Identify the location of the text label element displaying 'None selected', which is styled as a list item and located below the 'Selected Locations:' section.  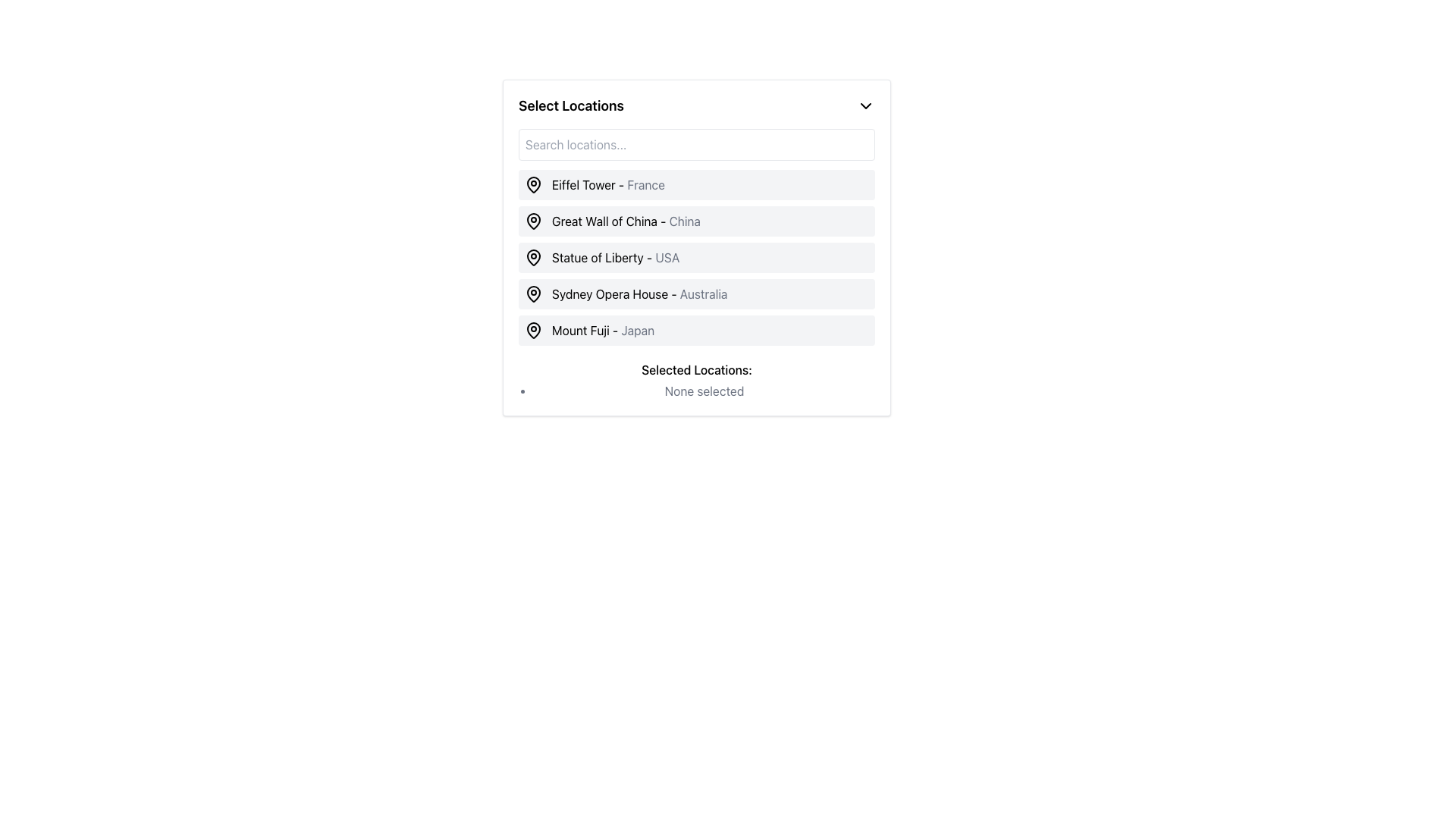
(704, 391).